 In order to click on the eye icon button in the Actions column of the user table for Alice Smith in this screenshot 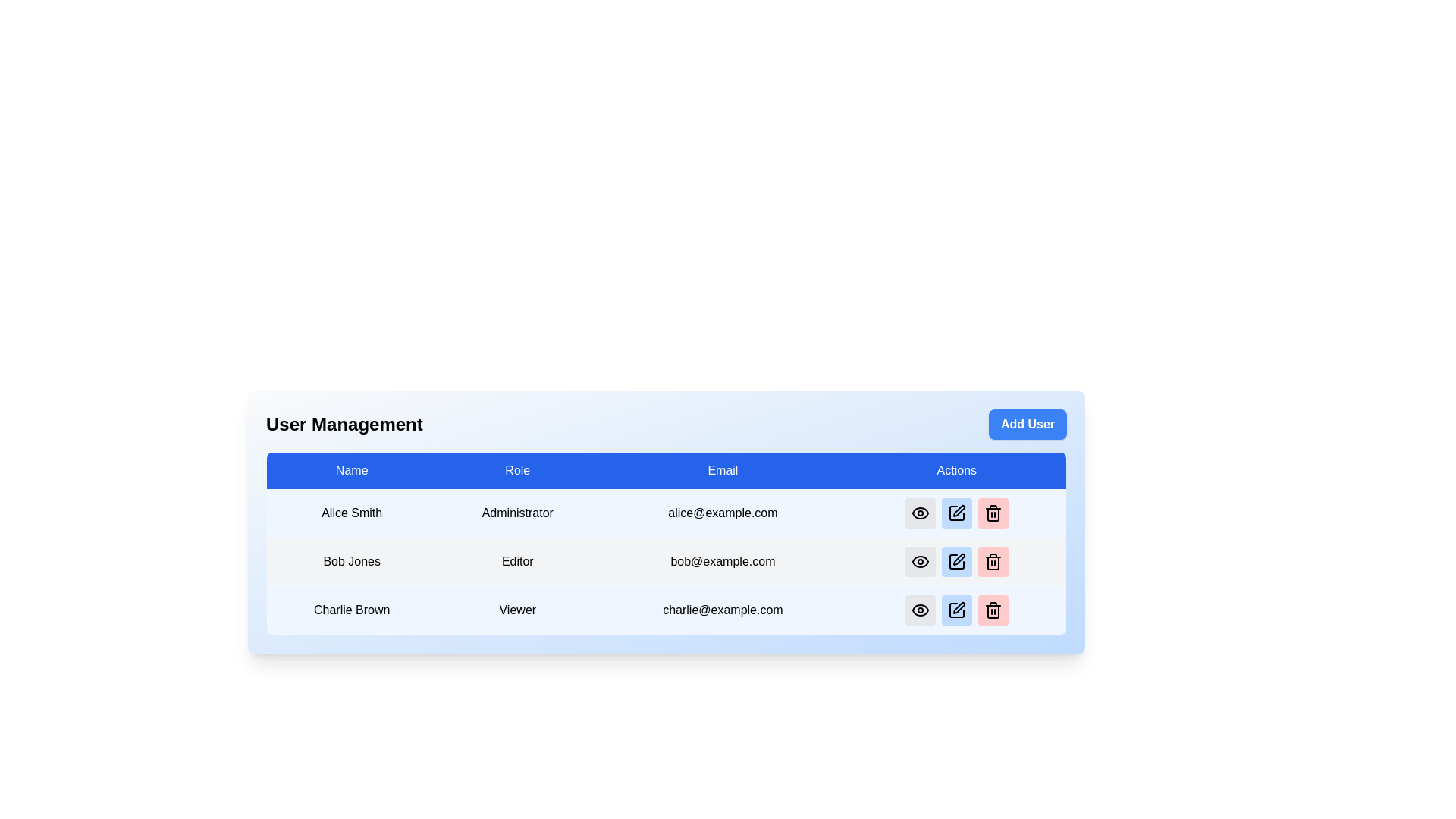, I will do `click(919, 513)`.